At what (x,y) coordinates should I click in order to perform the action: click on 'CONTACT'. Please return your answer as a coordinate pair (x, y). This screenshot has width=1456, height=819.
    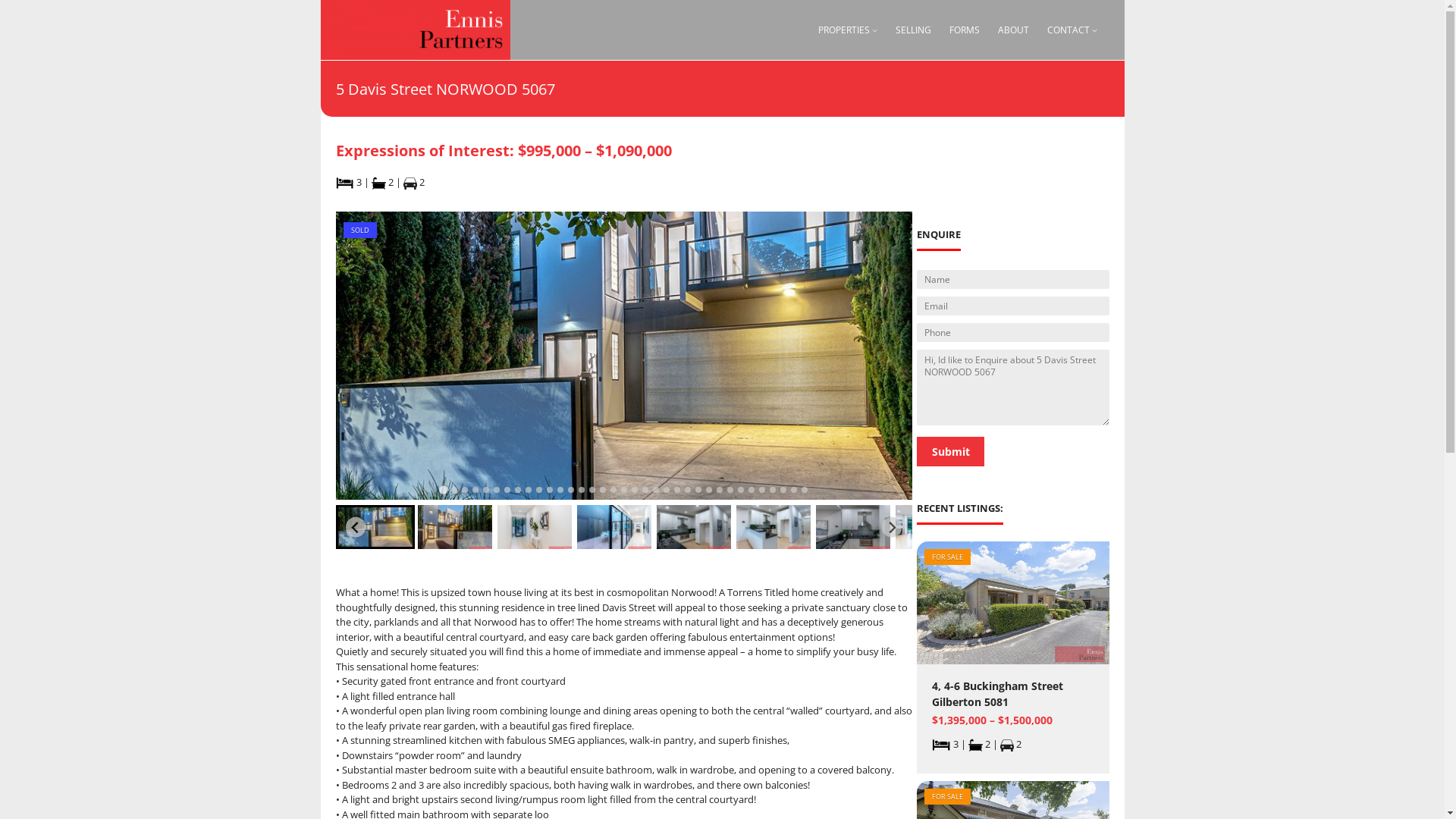
    Looking at the image, I should click on (1068, 30).